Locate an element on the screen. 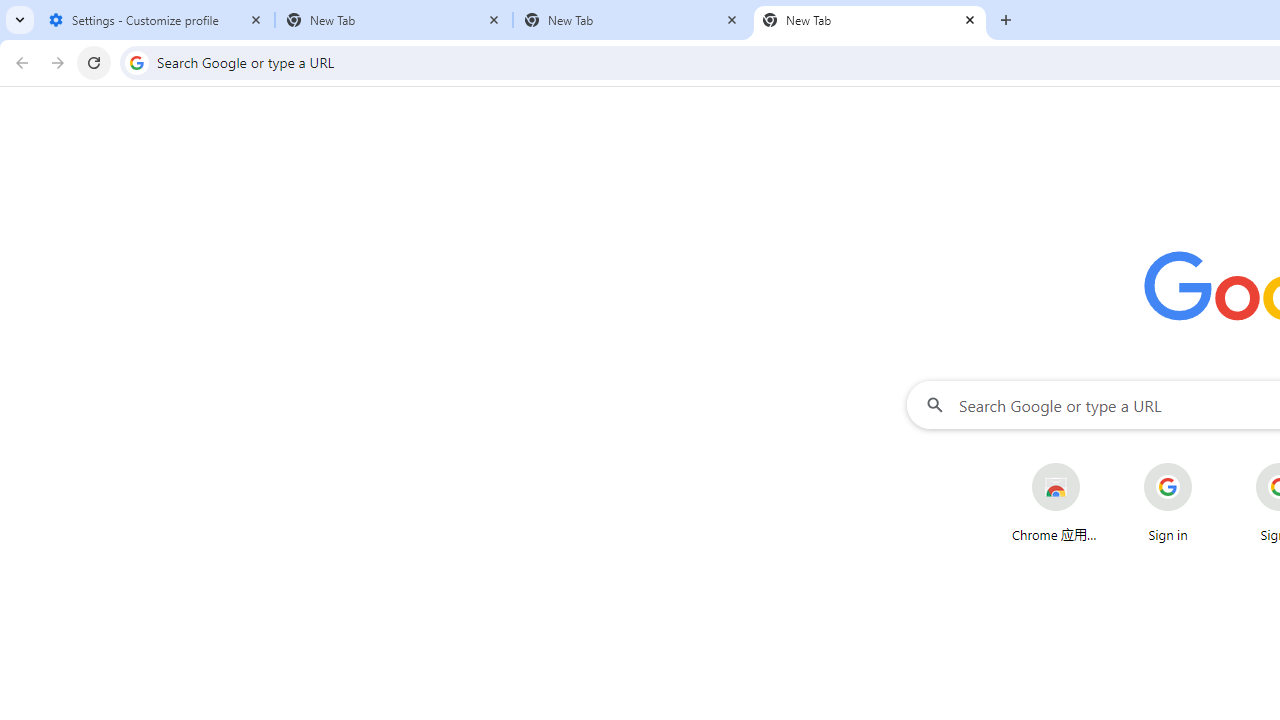 This screenshot has width=1280, height=720. 'Settings - Customize profile' is located at coordinates (155, 20).